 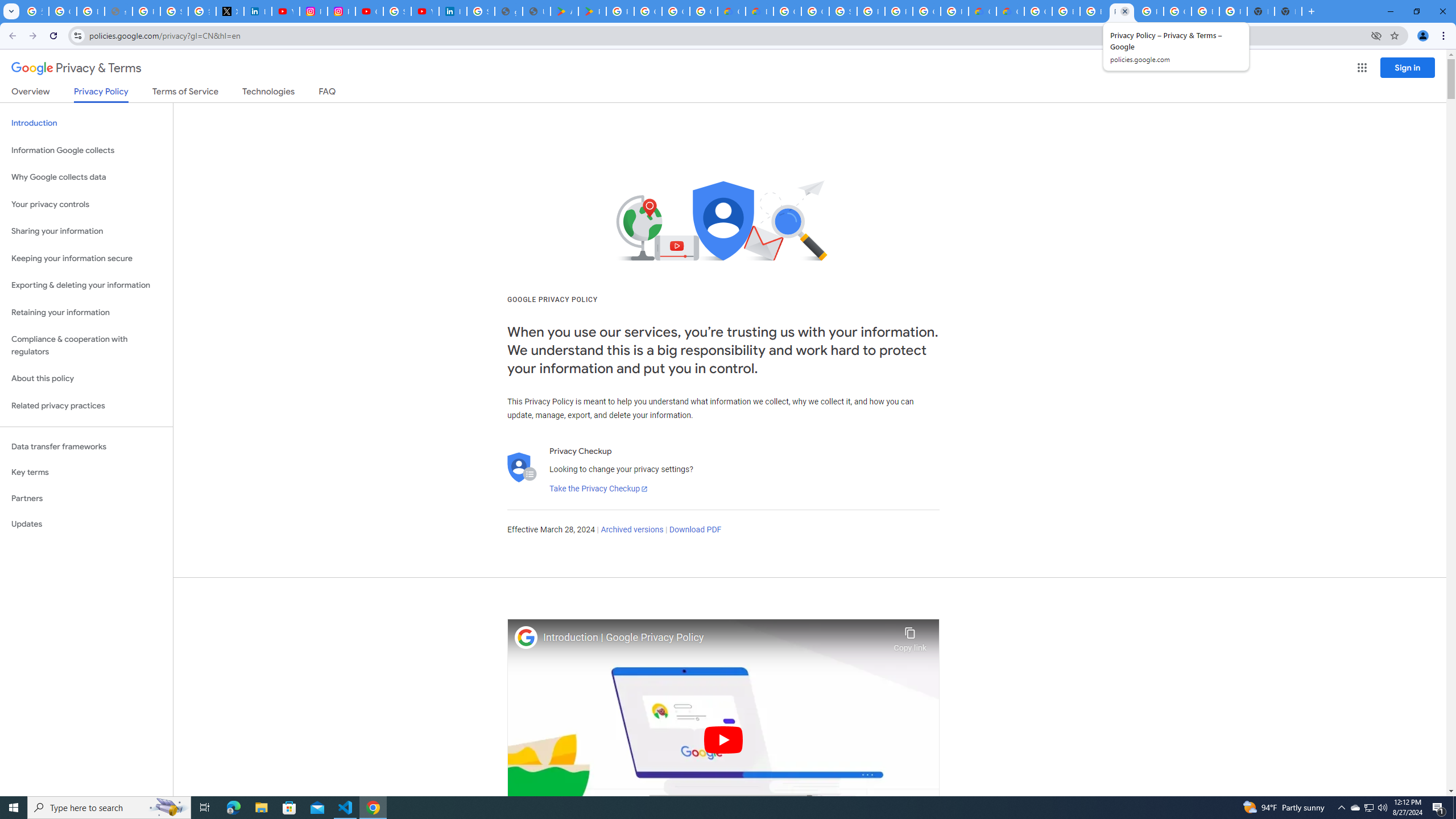 What do you see at coordinates (86, 472) in the screenshot?
I see `'Key terms'` at bounding box center [86, 472].